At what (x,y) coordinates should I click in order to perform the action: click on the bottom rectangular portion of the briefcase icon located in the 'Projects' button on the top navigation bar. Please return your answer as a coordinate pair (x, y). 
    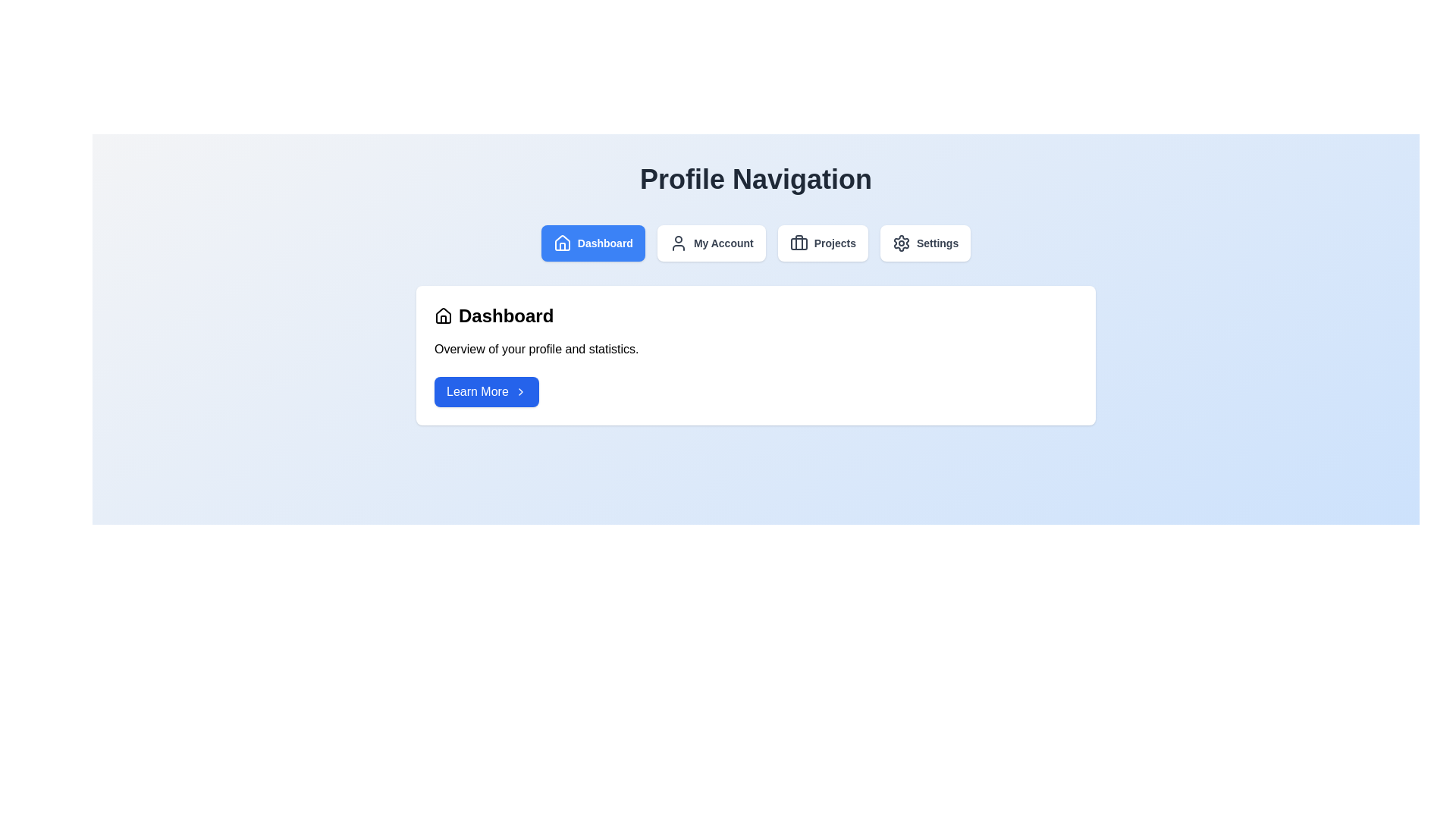
    Looking at the image, I should click on (798, 243).